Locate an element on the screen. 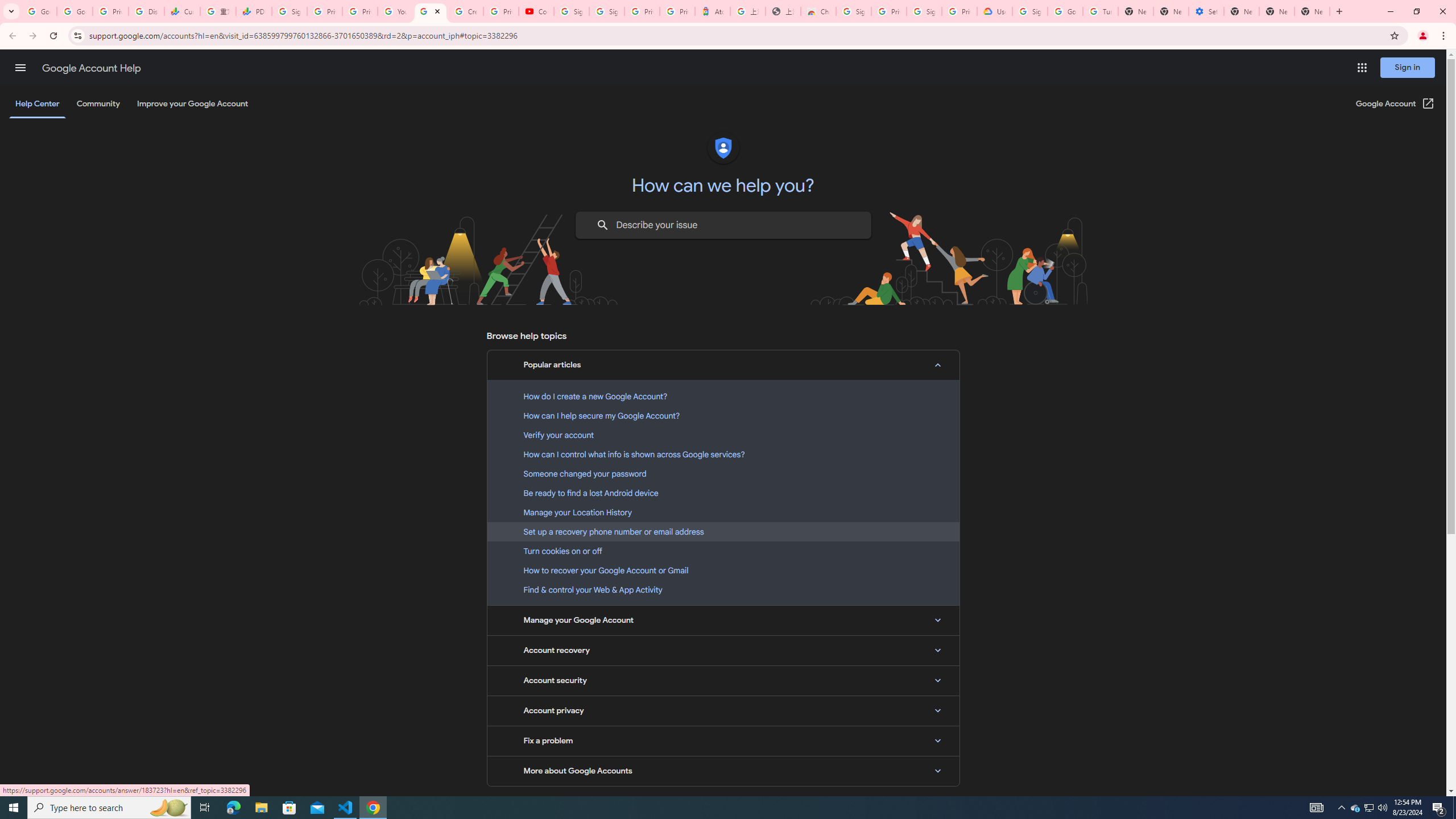 The height and width of the screenshot is (819, 1456). 'Content Creator Programs & Opportunities - YouTube Creators' is located at coordinates (536, 11).